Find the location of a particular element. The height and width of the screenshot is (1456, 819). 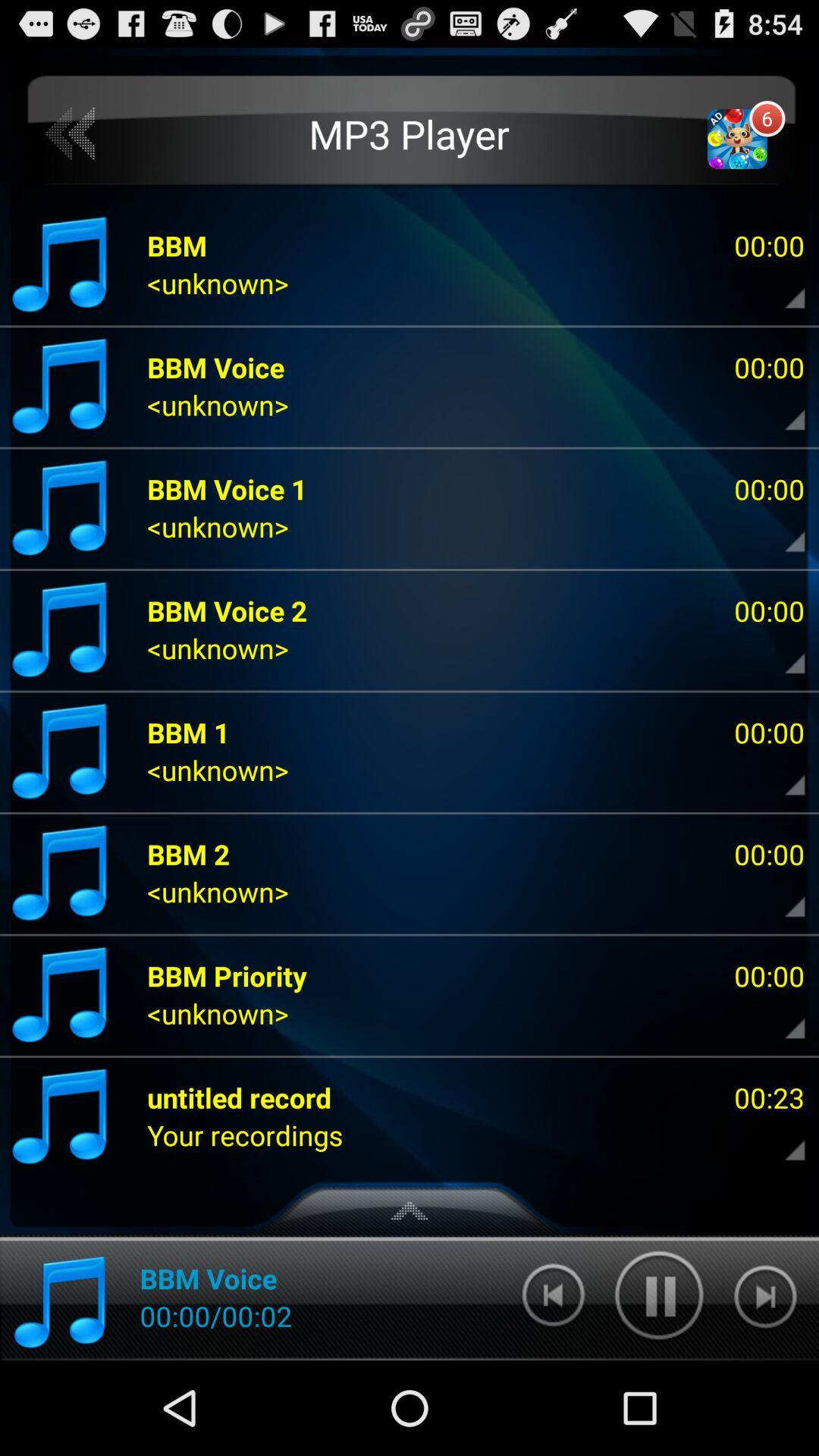

previous is located at coordinates (71, 134).